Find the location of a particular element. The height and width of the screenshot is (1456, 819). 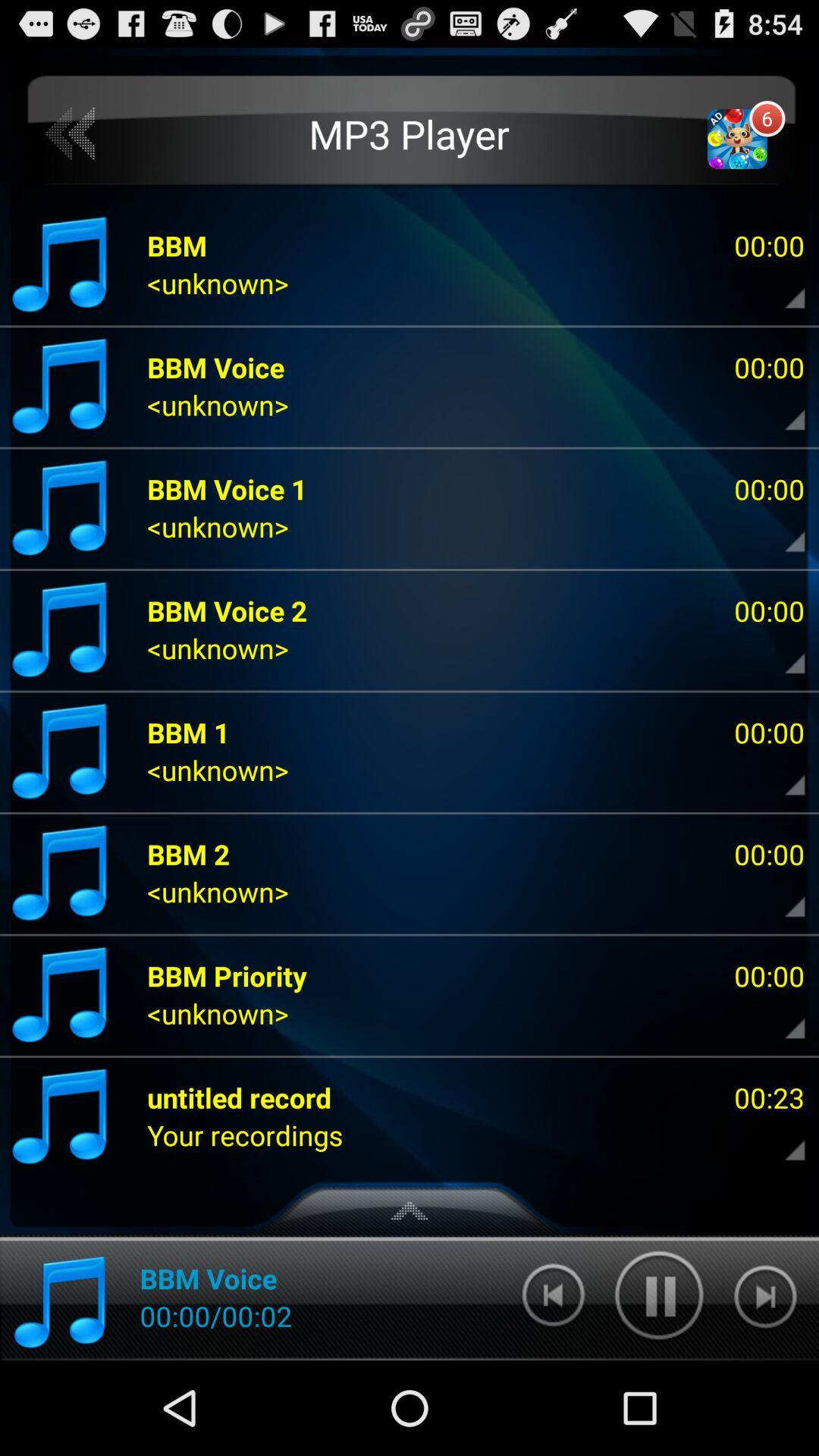

previous is located at coordinates (71, 134).